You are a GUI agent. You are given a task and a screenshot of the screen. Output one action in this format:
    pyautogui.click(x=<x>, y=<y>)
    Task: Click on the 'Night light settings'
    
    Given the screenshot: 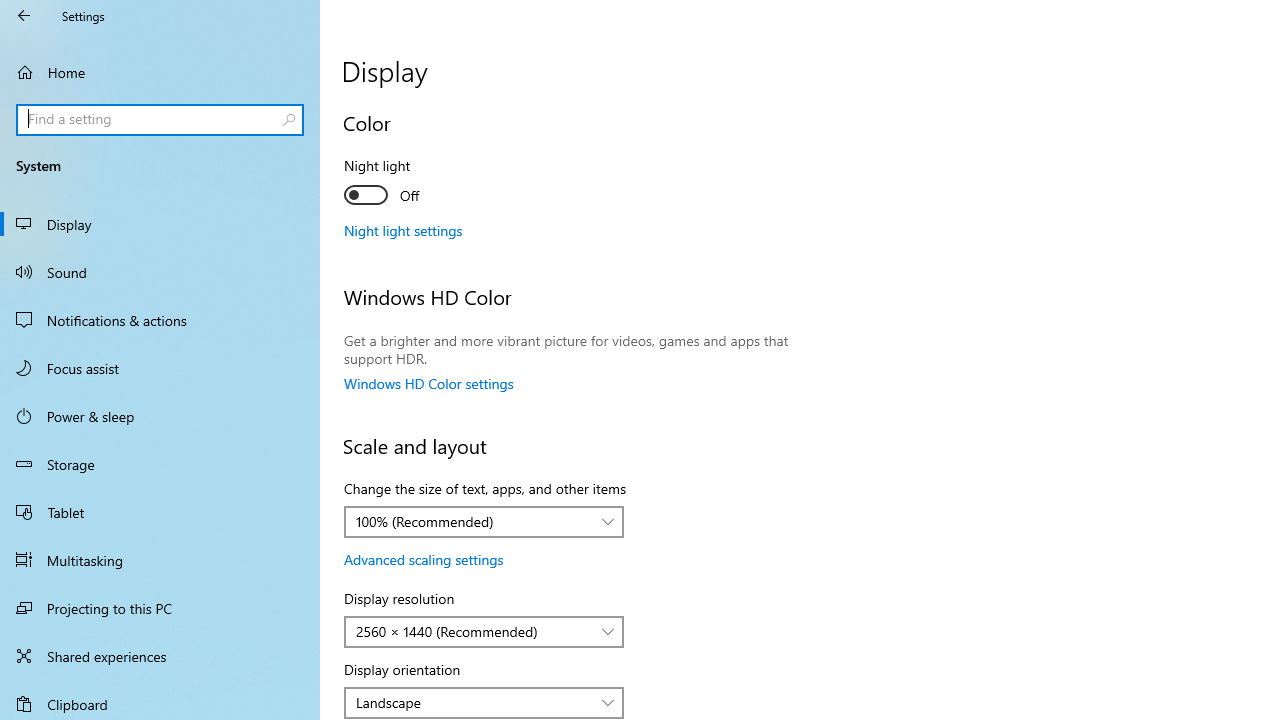 What is the action you would take?
    pyautogui.click(x=402, y=229)
    